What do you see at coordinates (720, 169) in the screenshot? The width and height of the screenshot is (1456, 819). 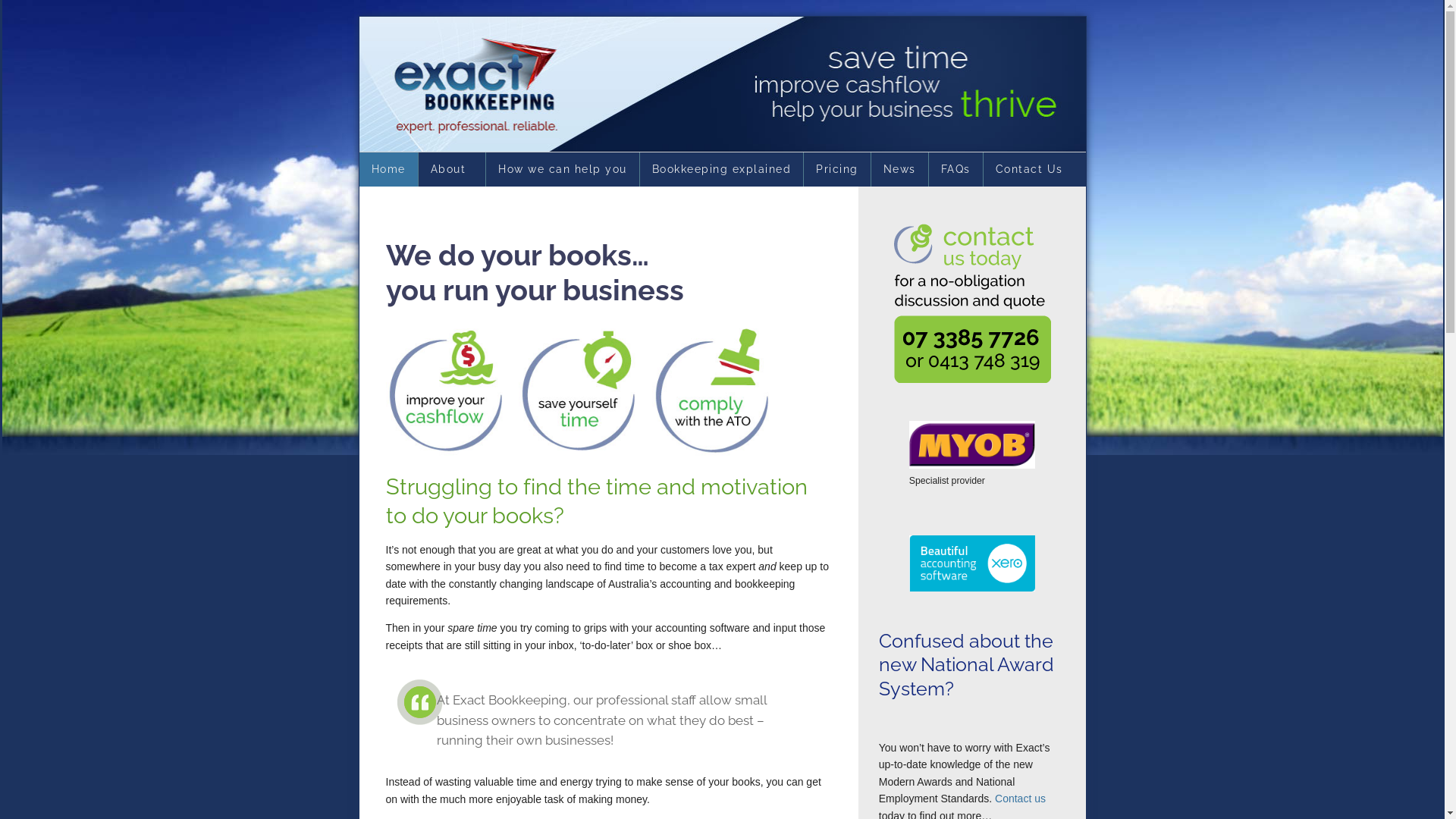 I see `'Bookkeeping explained'` at bounding box center [720, 169].